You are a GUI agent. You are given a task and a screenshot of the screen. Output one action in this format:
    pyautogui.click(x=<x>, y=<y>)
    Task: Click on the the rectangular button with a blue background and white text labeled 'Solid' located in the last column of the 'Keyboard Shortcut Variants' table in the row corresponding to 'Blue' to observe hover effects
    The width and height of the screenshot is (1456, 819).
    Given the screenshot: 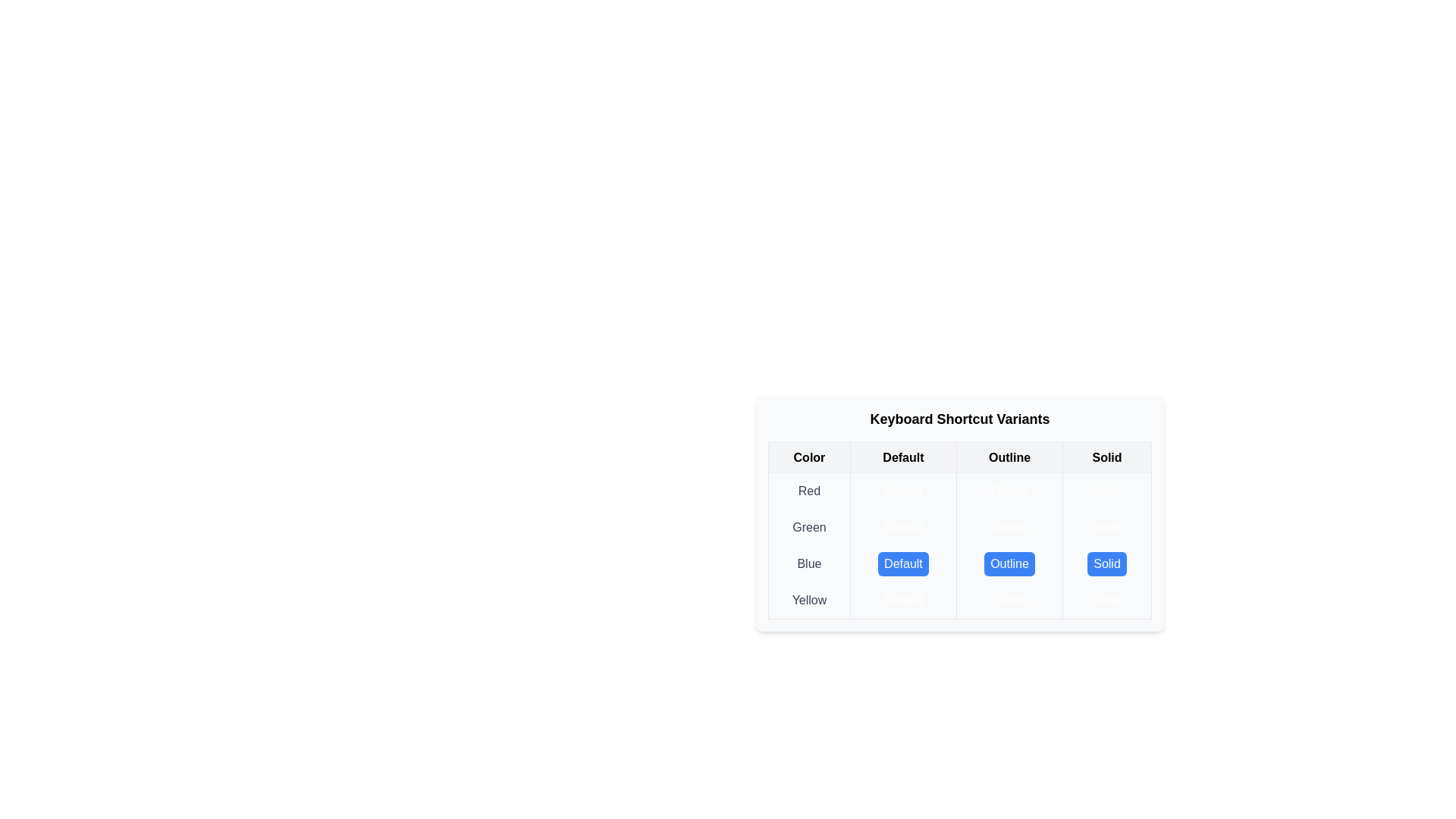 What is the action you would take?
    pyautogui.click(x=1106, y=564)
    